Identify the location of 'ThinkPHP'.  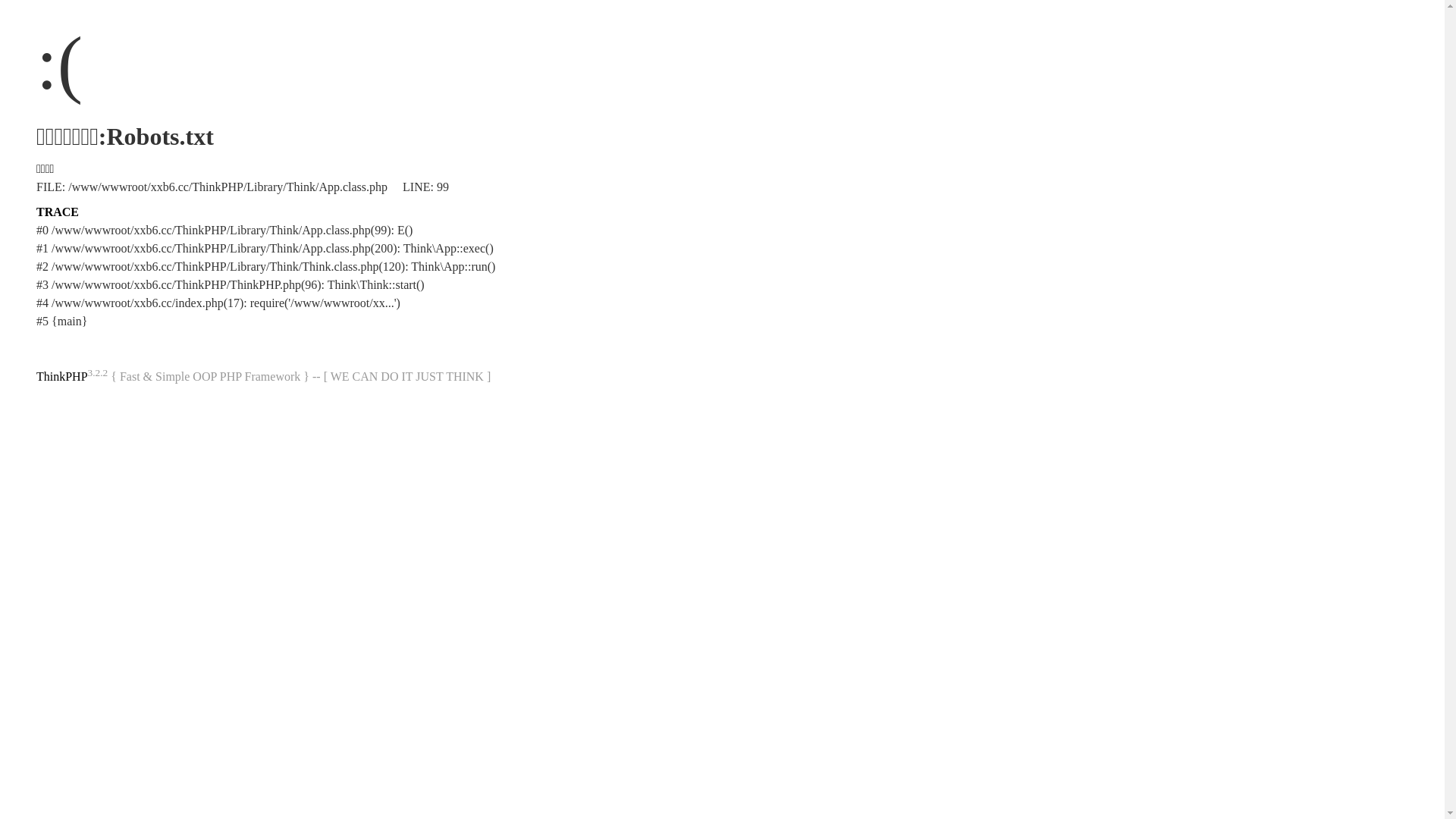
(61, 375).